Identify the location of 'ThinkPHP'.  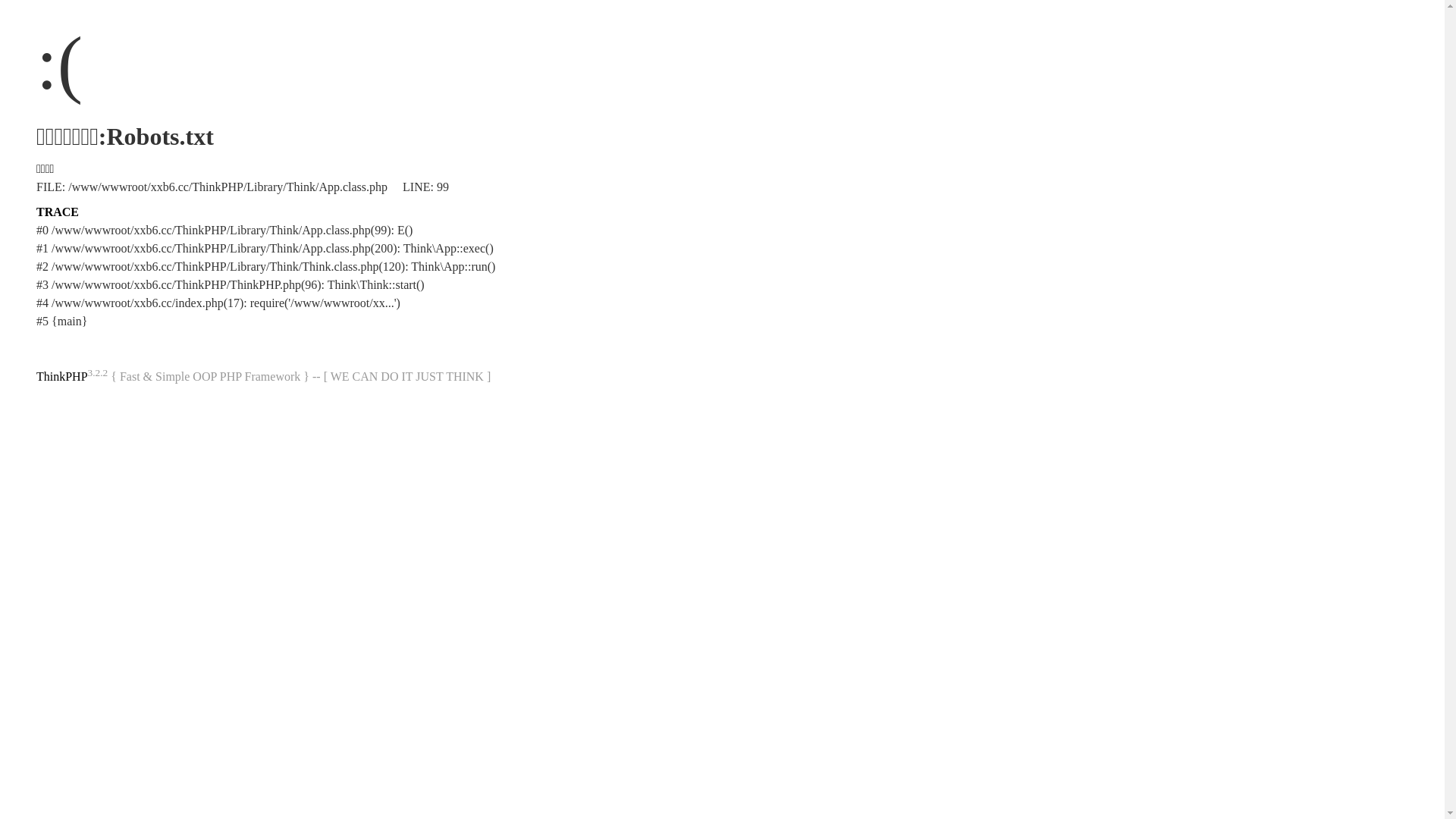
(61, 375).